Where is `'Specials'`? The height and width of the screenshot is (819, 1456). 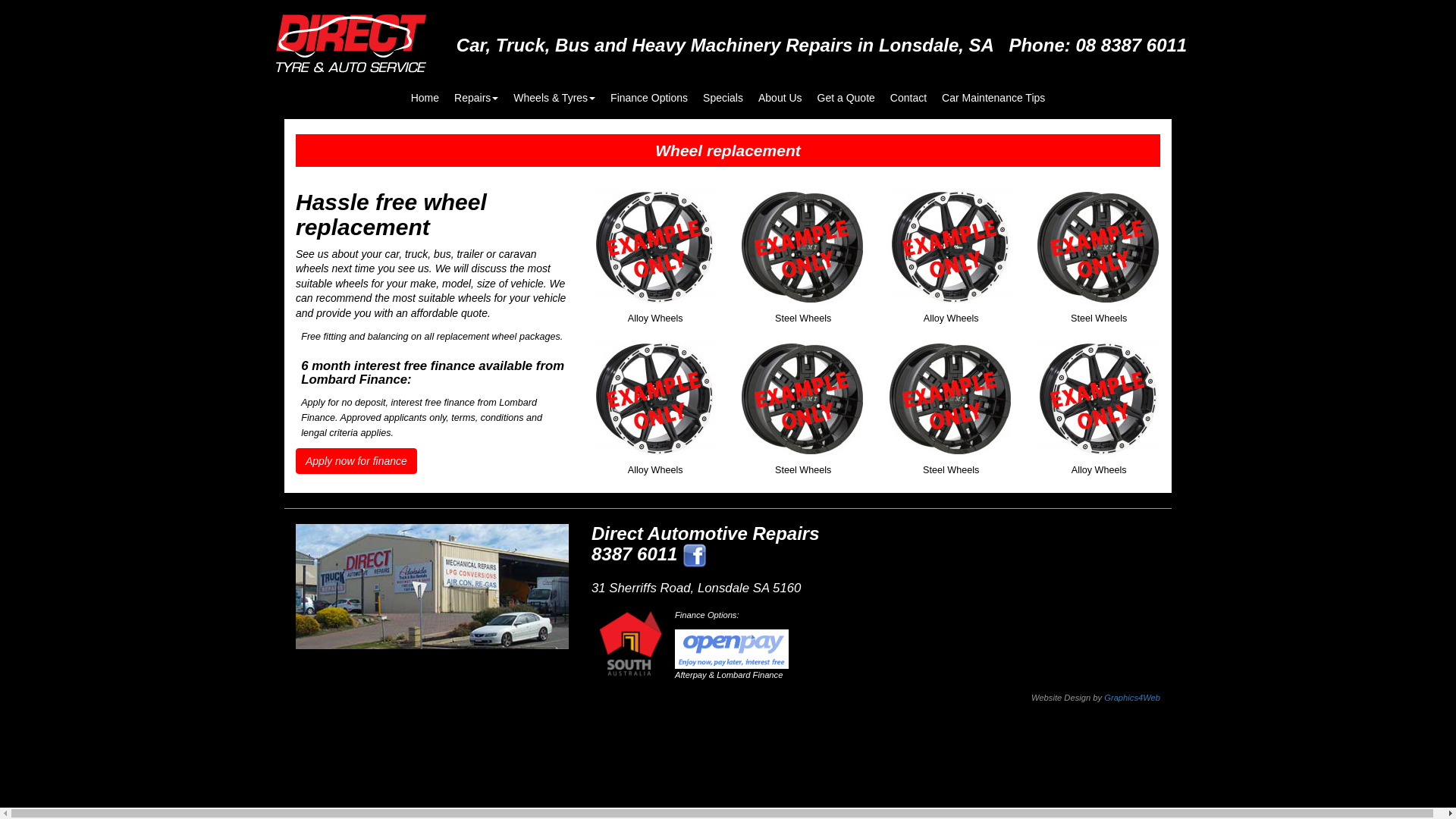 'Specials' is located at coordinates (722, 90).